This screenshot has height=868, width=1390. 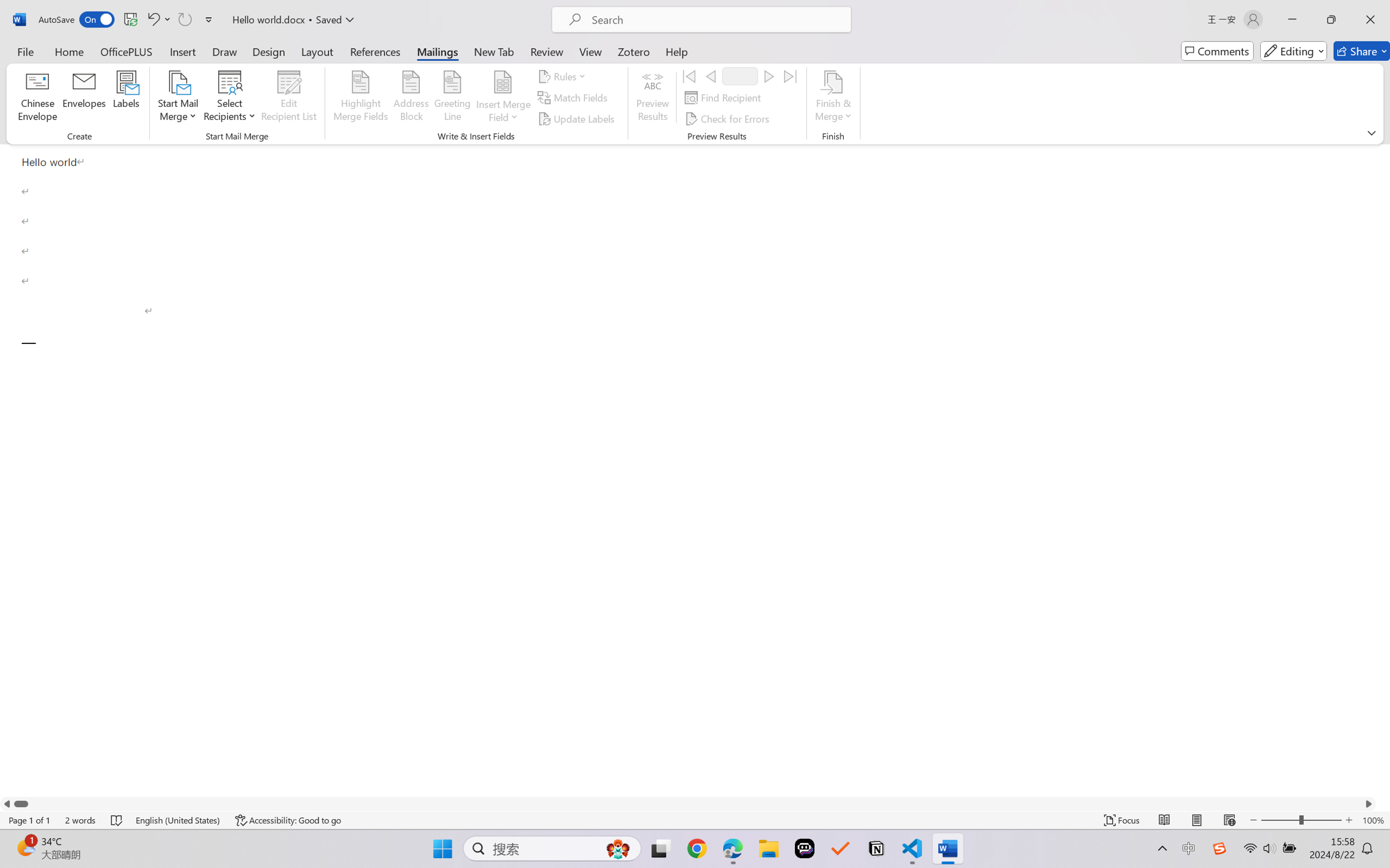 What do you see at coordinates (128, 19) in the screenshot?
I see `'Quick Access Toolbar'` at bounding box center [128, 19].